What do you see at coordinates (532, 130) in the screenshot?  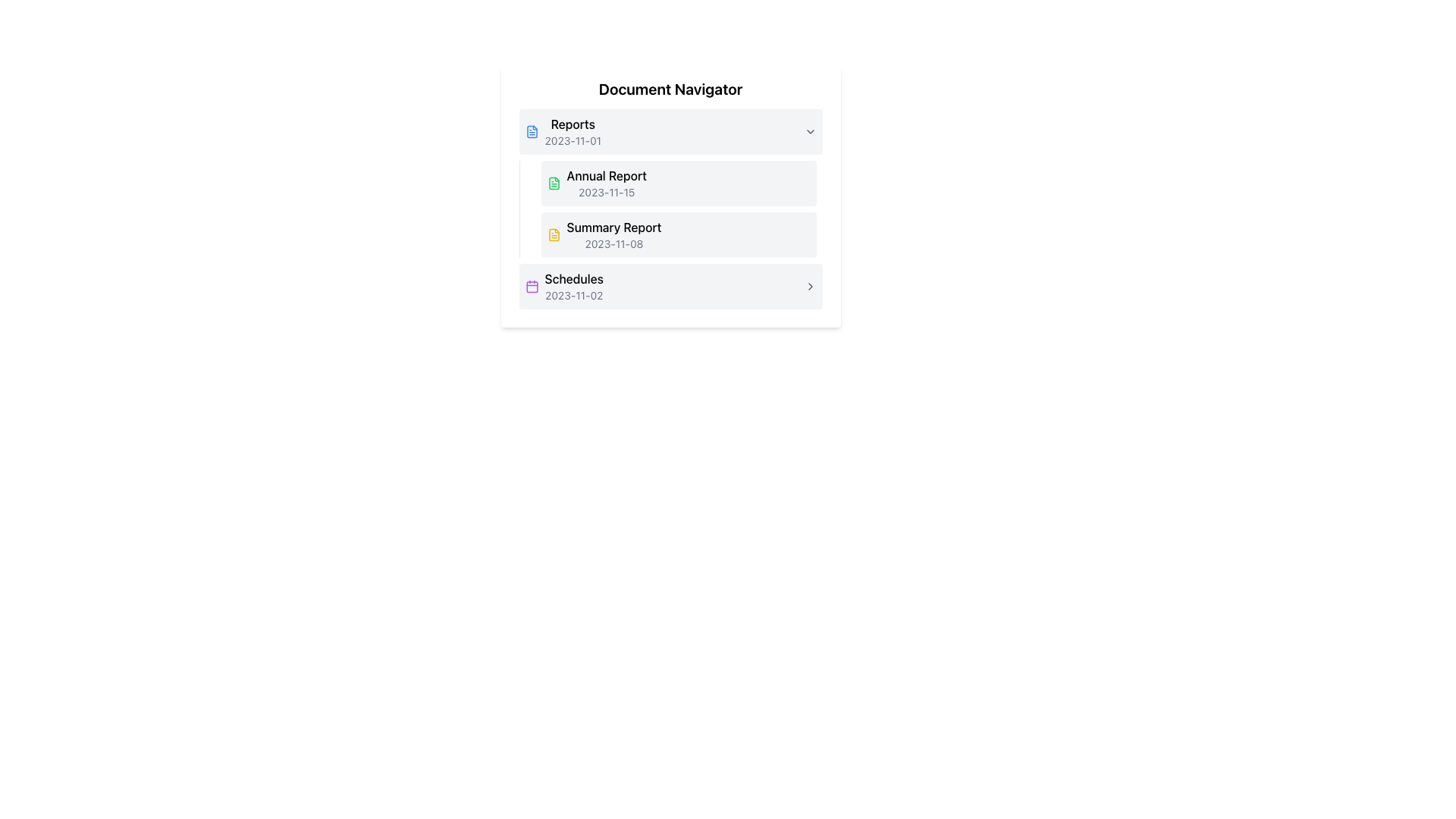 I see `the Vector Graphic Element representing a document, located to the left of the 'Reports' label in the 'Document Navigator' interface` at bounding box center [532, 130].